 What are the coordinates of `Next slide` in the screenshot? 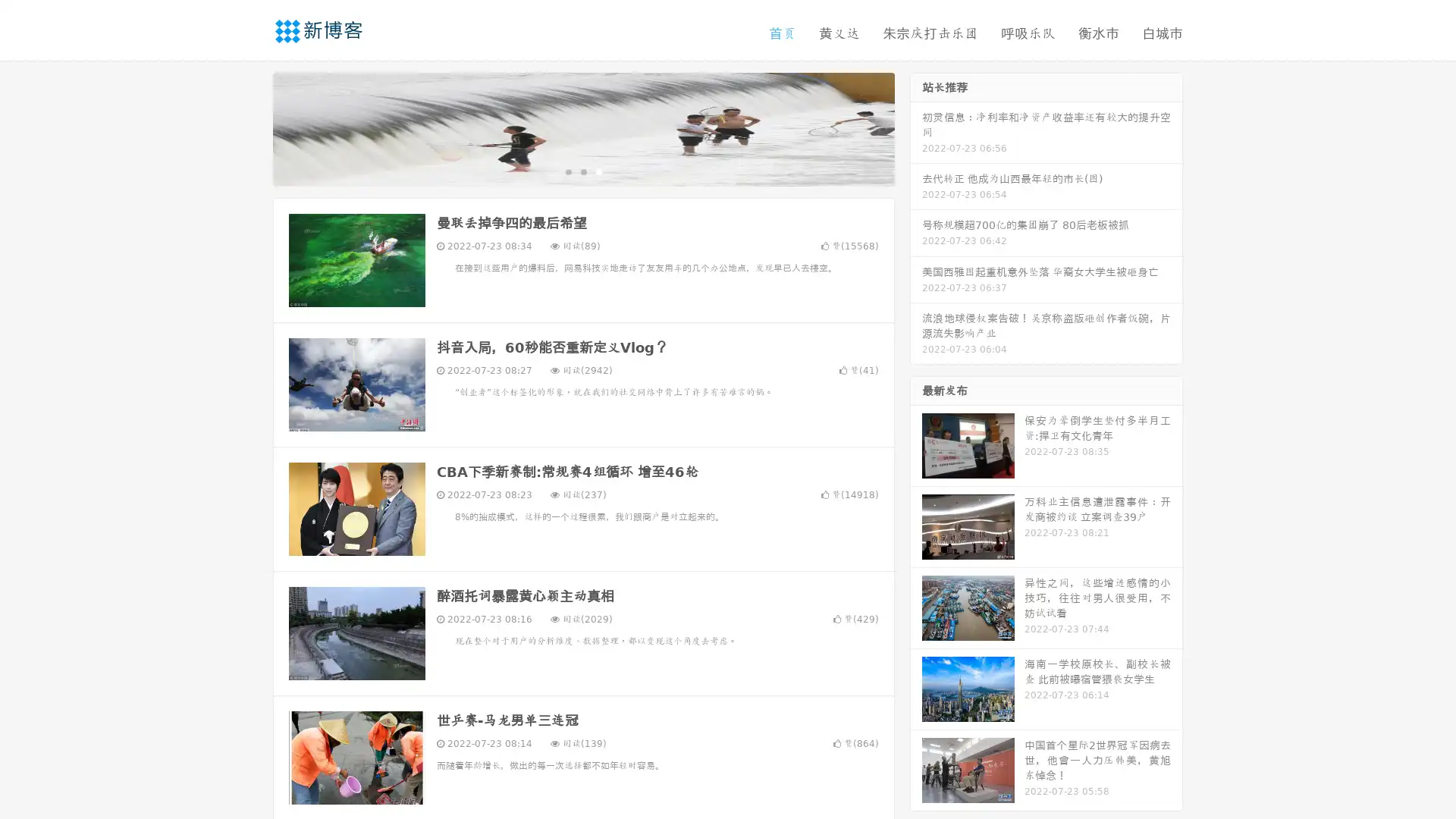 It's located at (916, 127).